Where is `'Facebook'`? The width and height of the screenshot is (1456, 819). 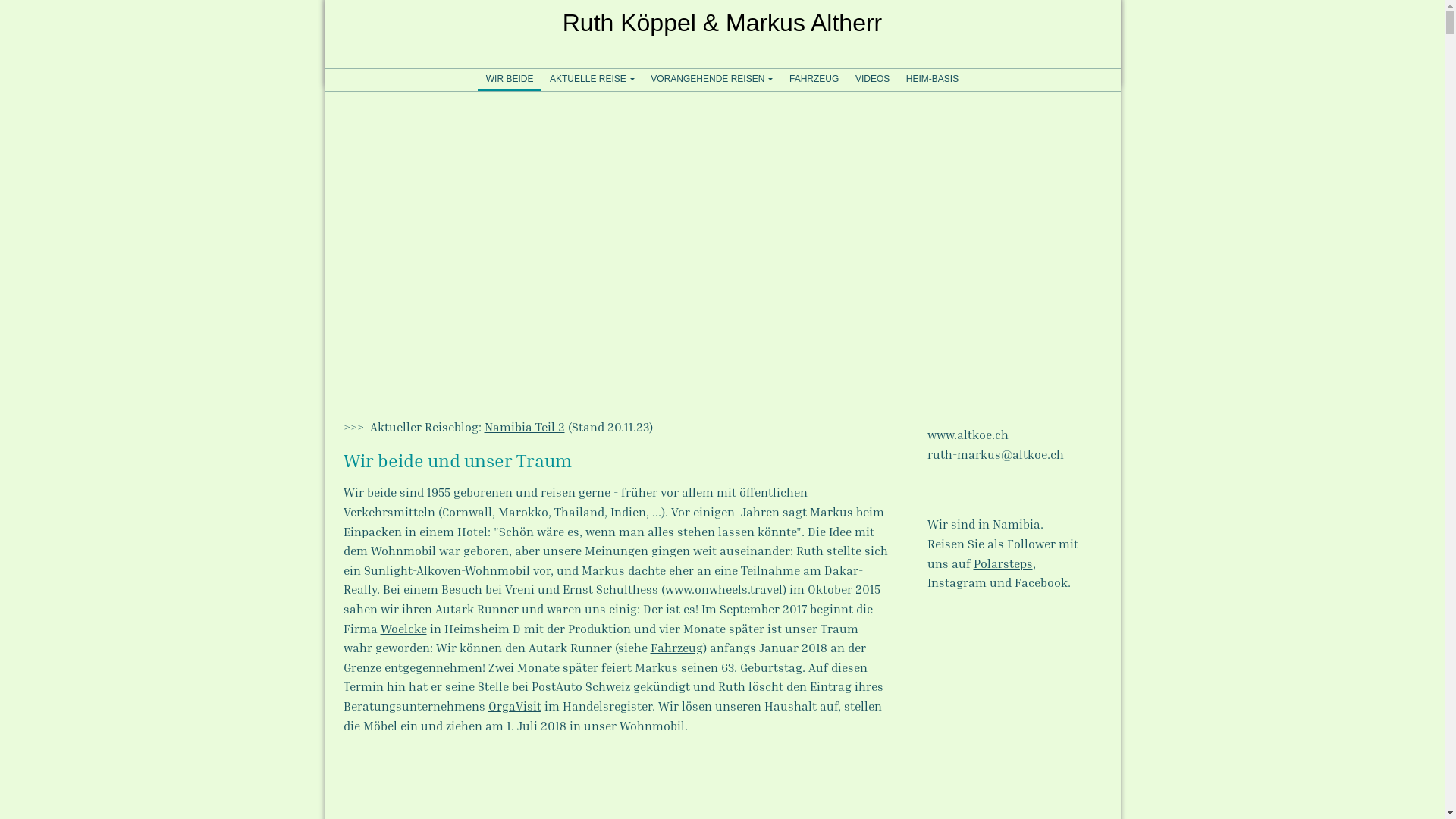
'Facebook' is located at coordinates (1040, 581).